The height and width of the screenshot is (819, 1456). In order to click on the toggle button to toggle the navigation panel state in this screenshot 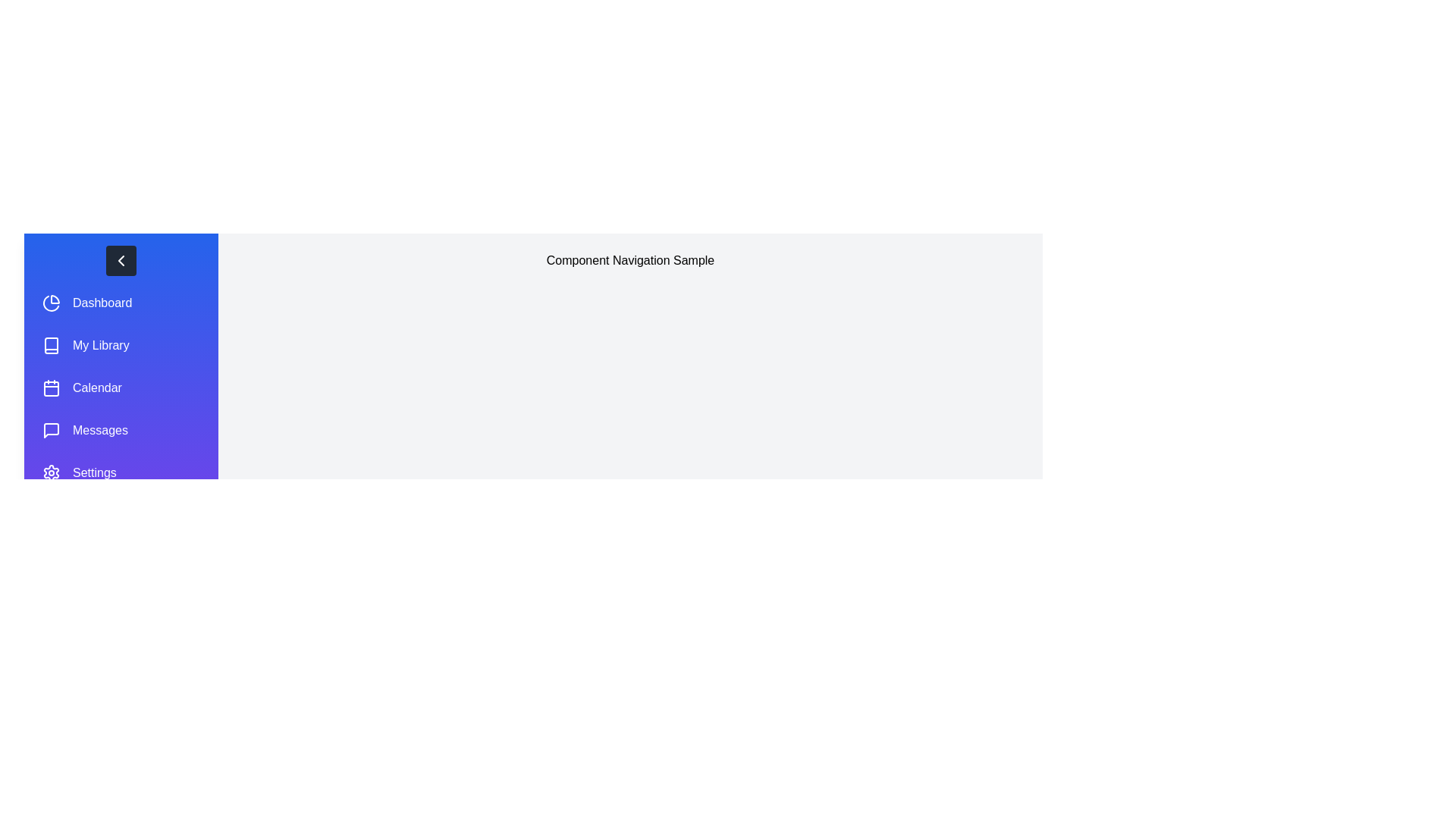, I will do `click(120, 259)`.